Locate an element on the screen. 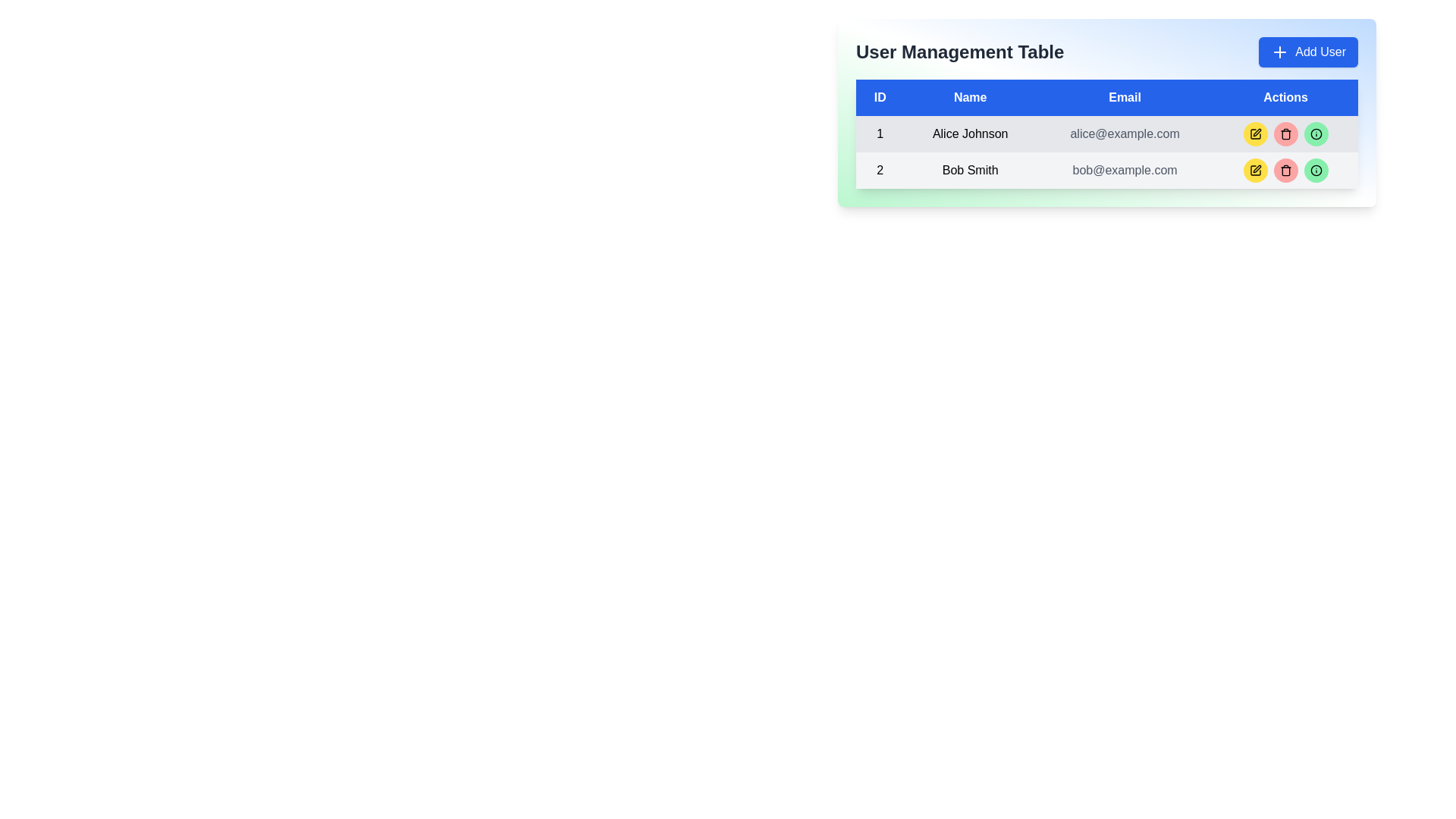  the delete button located in the 'Actions' column for 'Alice Johnson' in the User Management Table is located at coordinates (1285, 133).